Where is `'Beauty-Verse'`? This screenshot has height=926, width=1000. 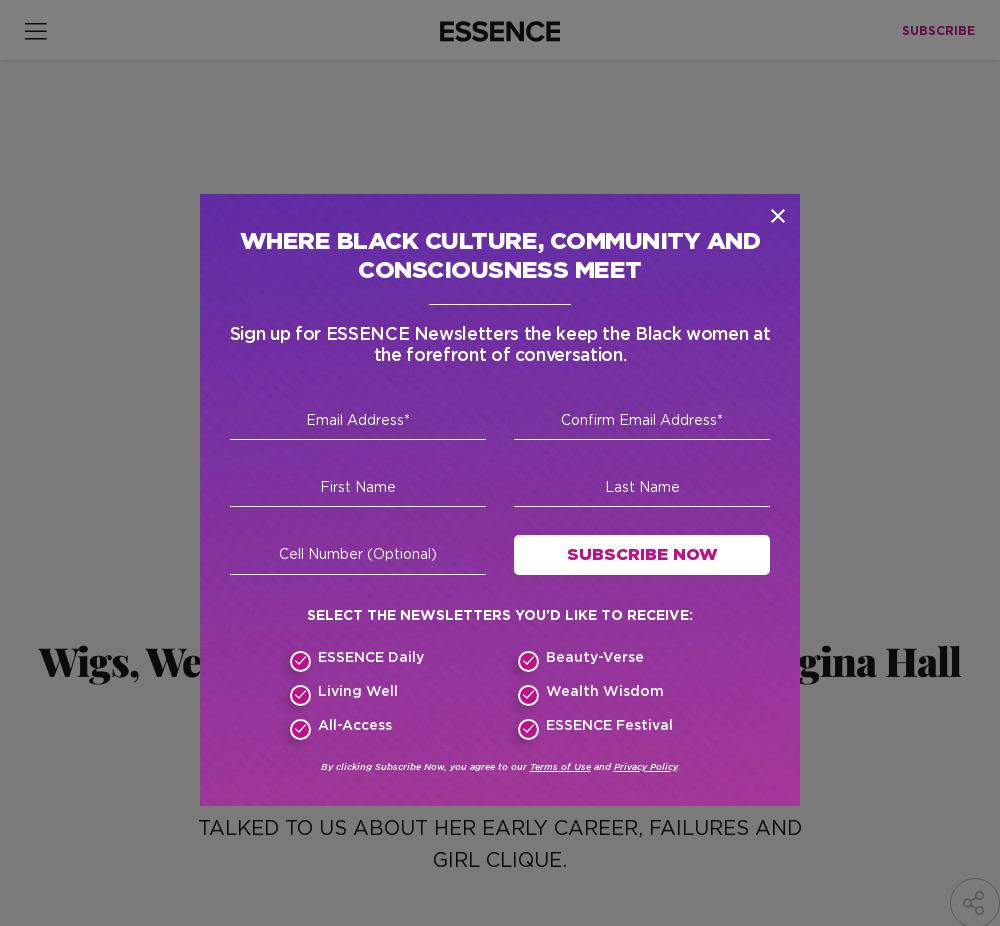 'Beauty-Verse' is located at coordinates (593, 655).